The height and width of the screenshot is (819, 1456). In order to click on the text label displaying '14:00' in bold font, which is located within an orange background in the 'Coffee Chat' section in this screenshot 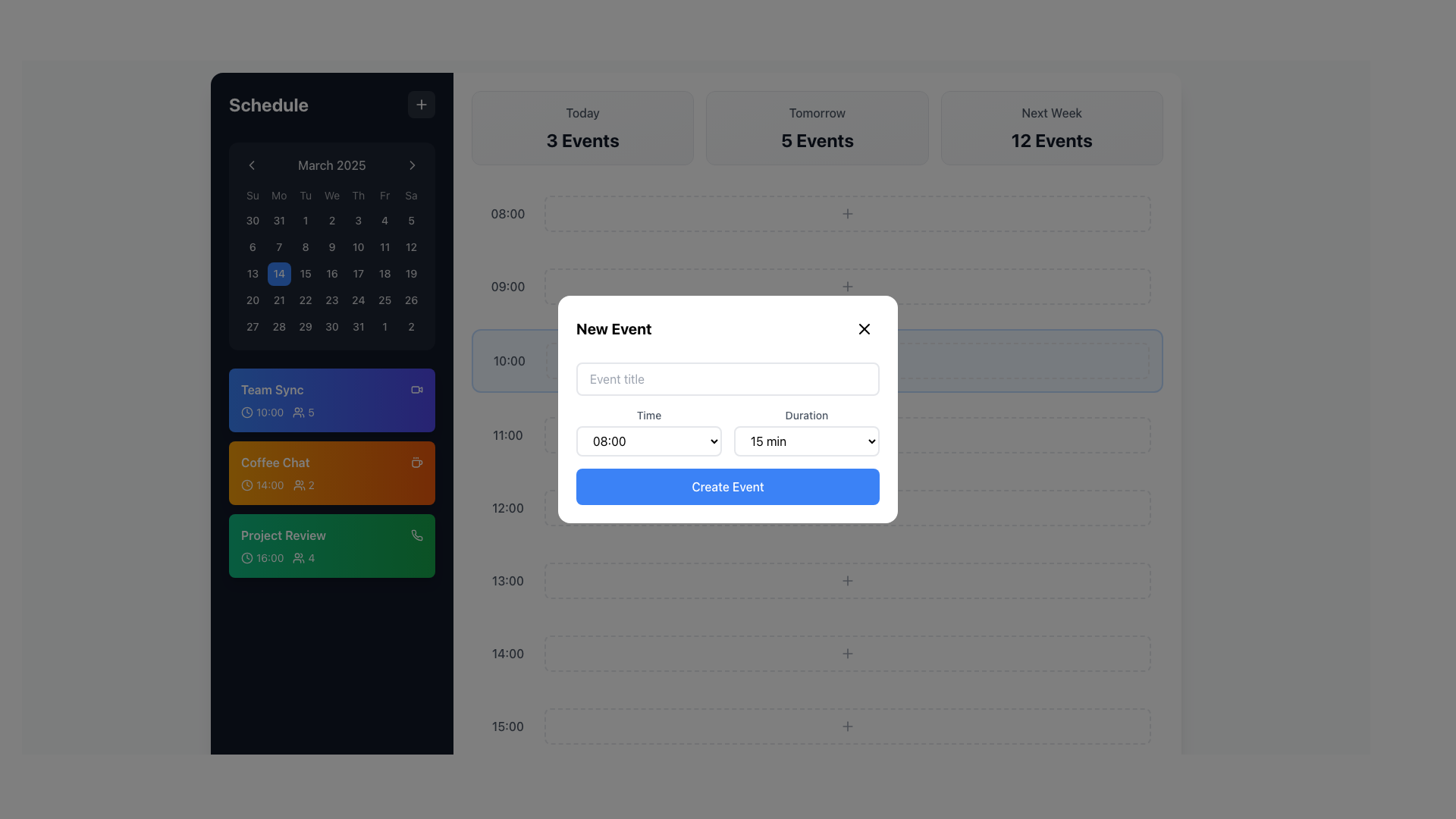, I will do `click(270, 485)`.